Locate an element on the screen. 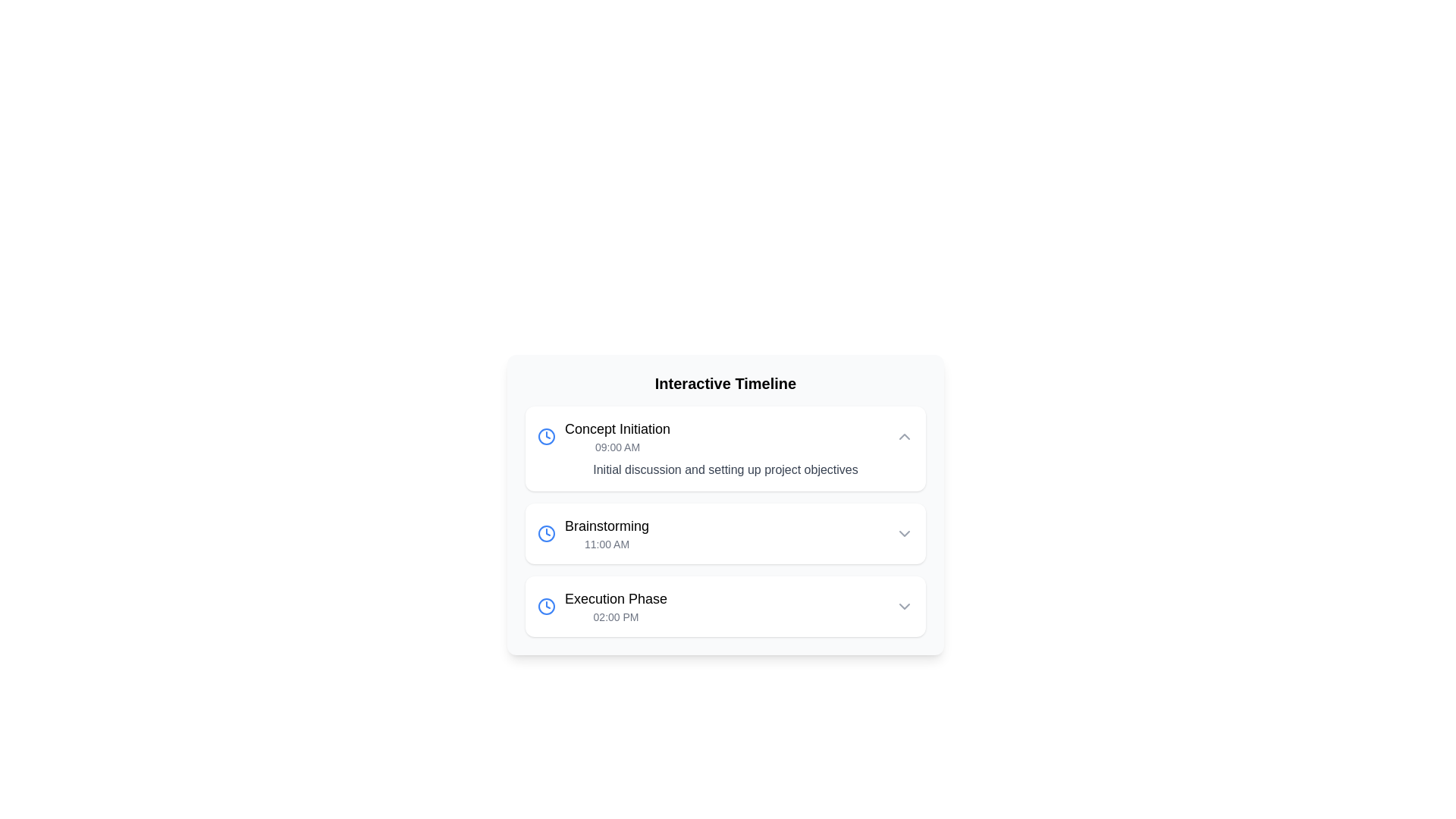 The height and width of the screenshot is (819, 1456). the text label 'Concept Initiation' which is styled with a larger and bold font and is the topmost title in a list format, located to the right of a clock icon is located at coordinates (617, 429).